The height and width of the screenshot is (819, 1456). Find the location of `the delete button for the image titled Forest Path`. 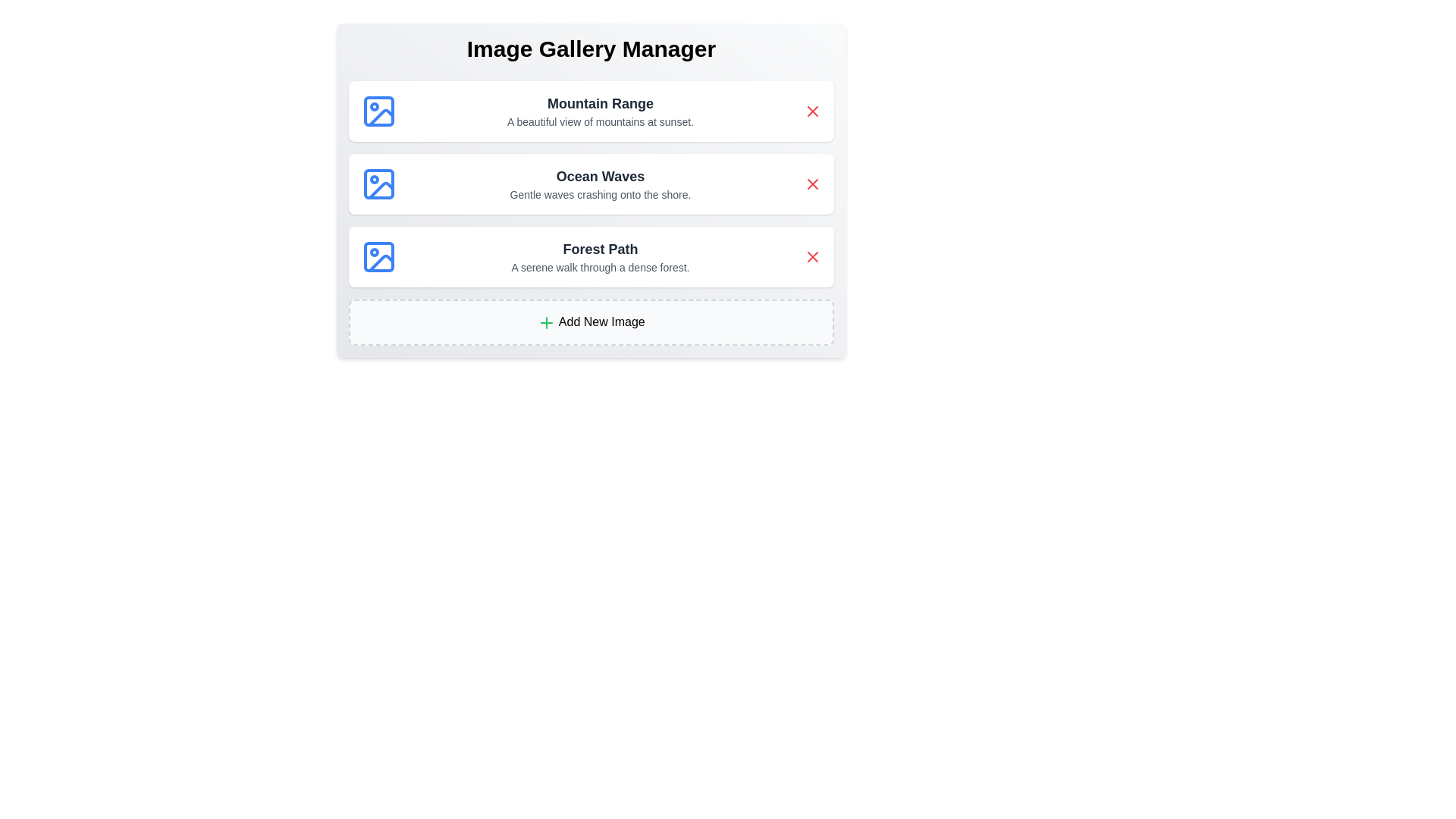

the delete button for the image titled Forest Path is located at coordinates (811, 256).